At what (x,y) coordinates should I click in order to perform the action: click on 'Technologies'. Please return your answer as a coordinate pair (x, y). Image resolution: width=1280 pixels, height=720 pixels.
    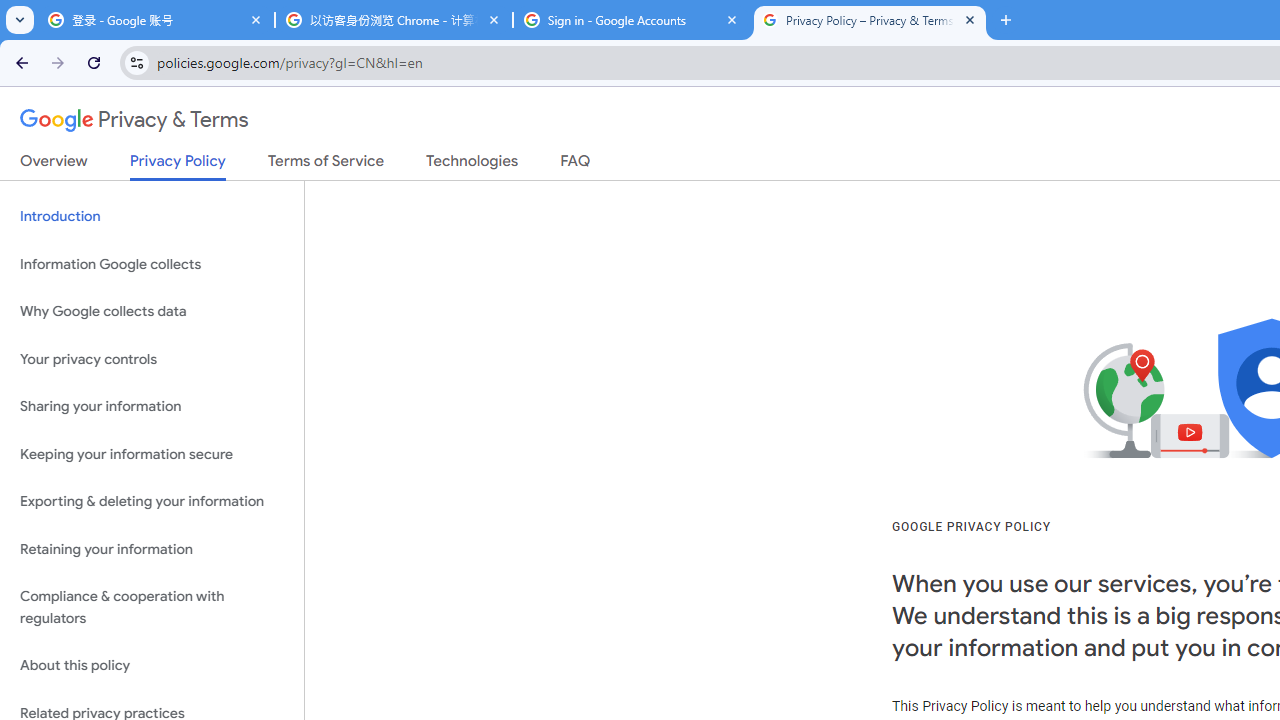
    Looking at the image, I should click on (471, 164).